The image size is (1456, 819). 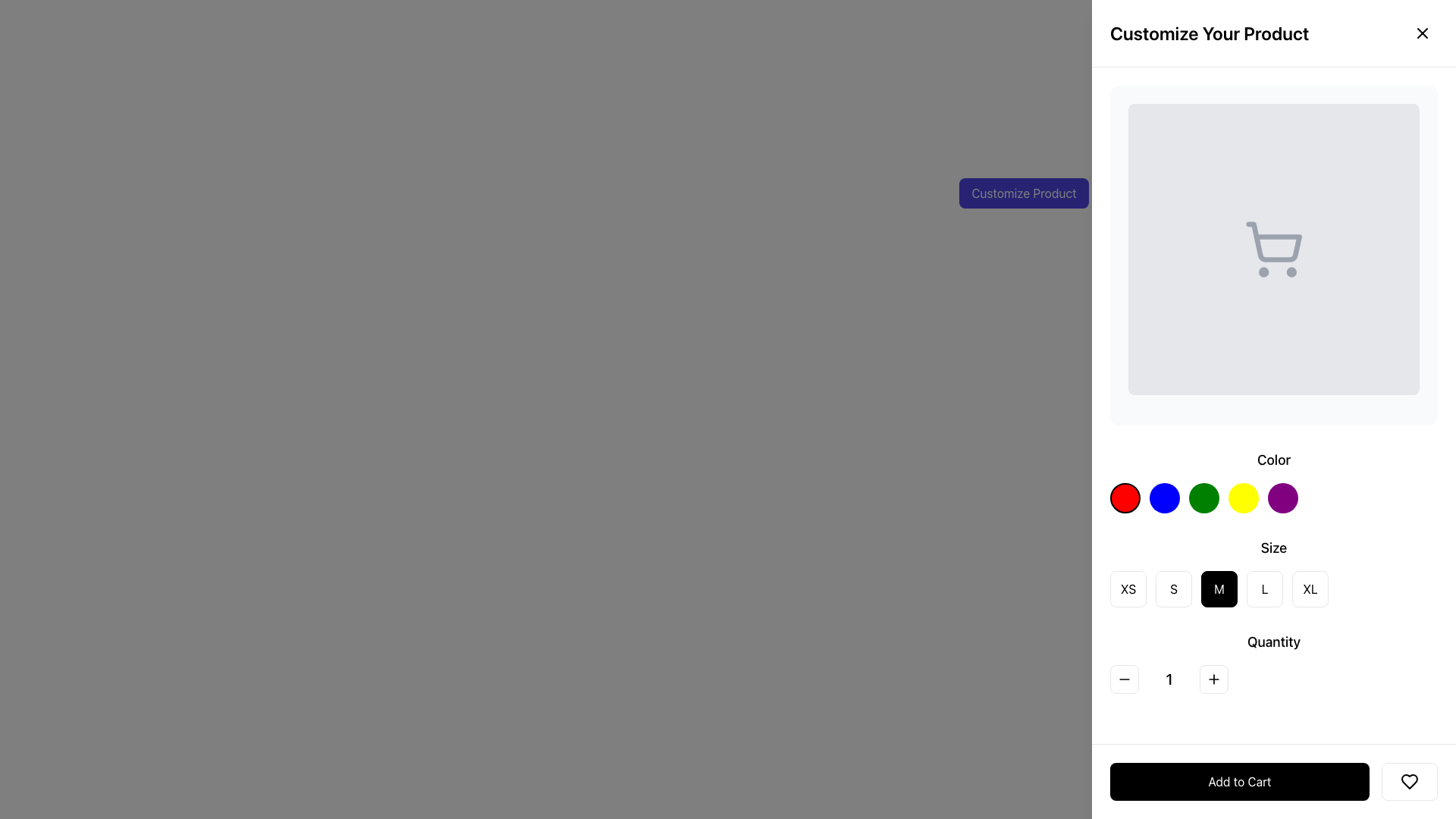 What do you see at coordinates (1408, 781) in the screenshot?
I see `the heart icon button located at the bottom-right of the interface to observe the hover effect` at bounding box center [1408, 781].